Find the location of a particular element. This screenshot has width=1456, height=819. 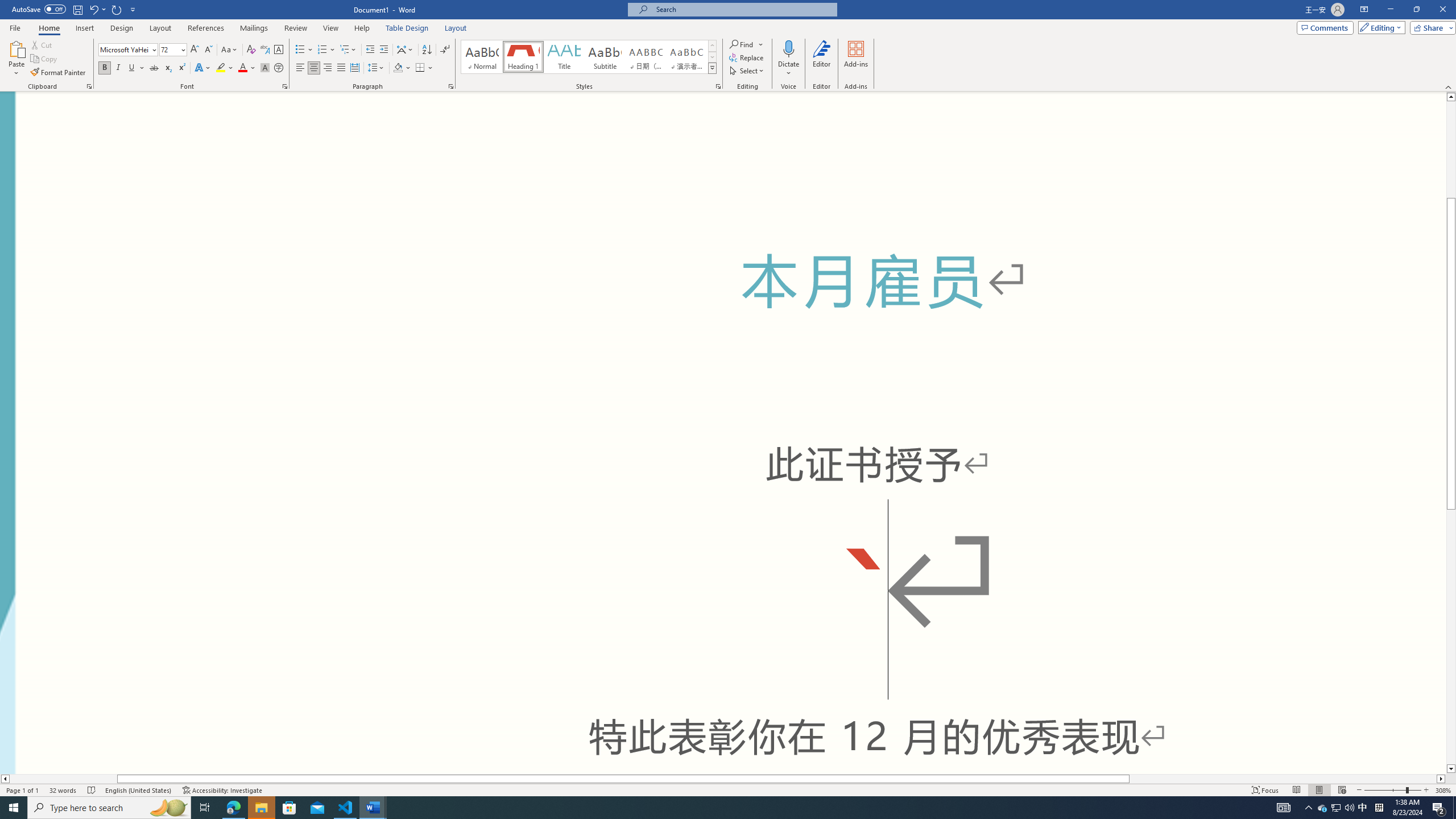

'Save' is located at coordinates (77, 9).